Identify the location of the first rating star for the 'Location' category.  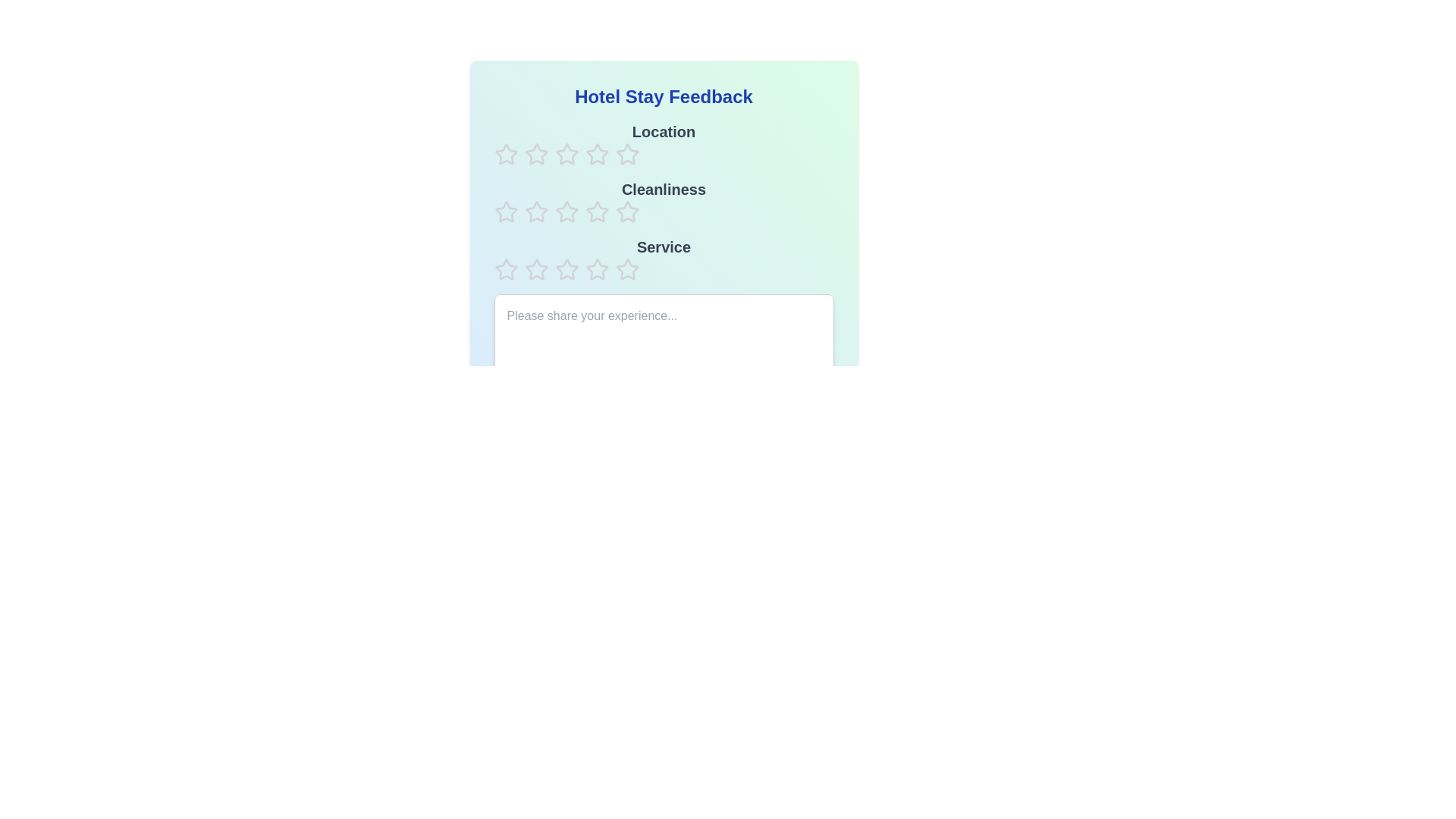
(506, 155).